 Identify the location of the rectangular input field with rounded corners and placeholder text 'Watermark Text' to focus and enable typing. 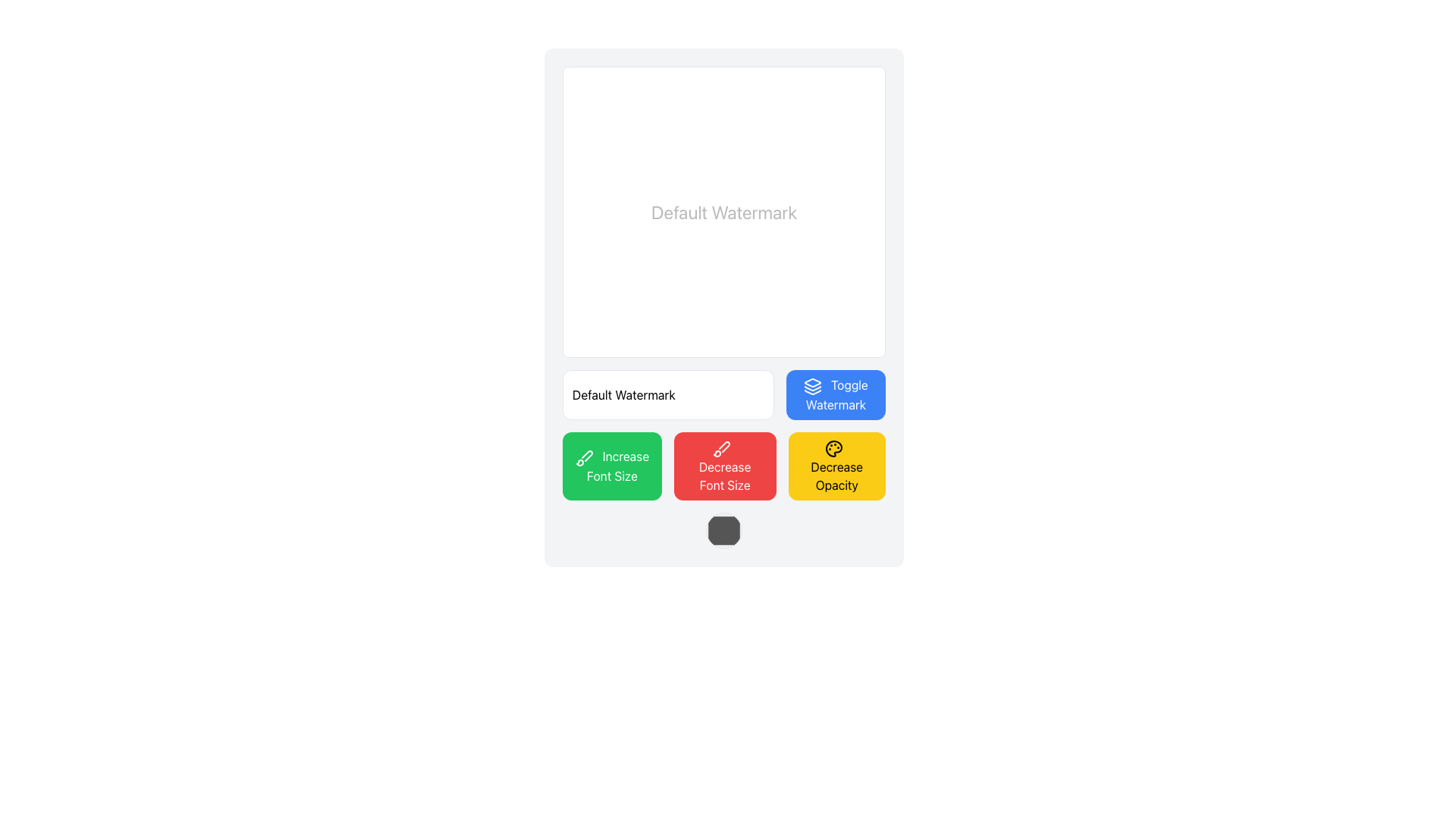
(667, 394).